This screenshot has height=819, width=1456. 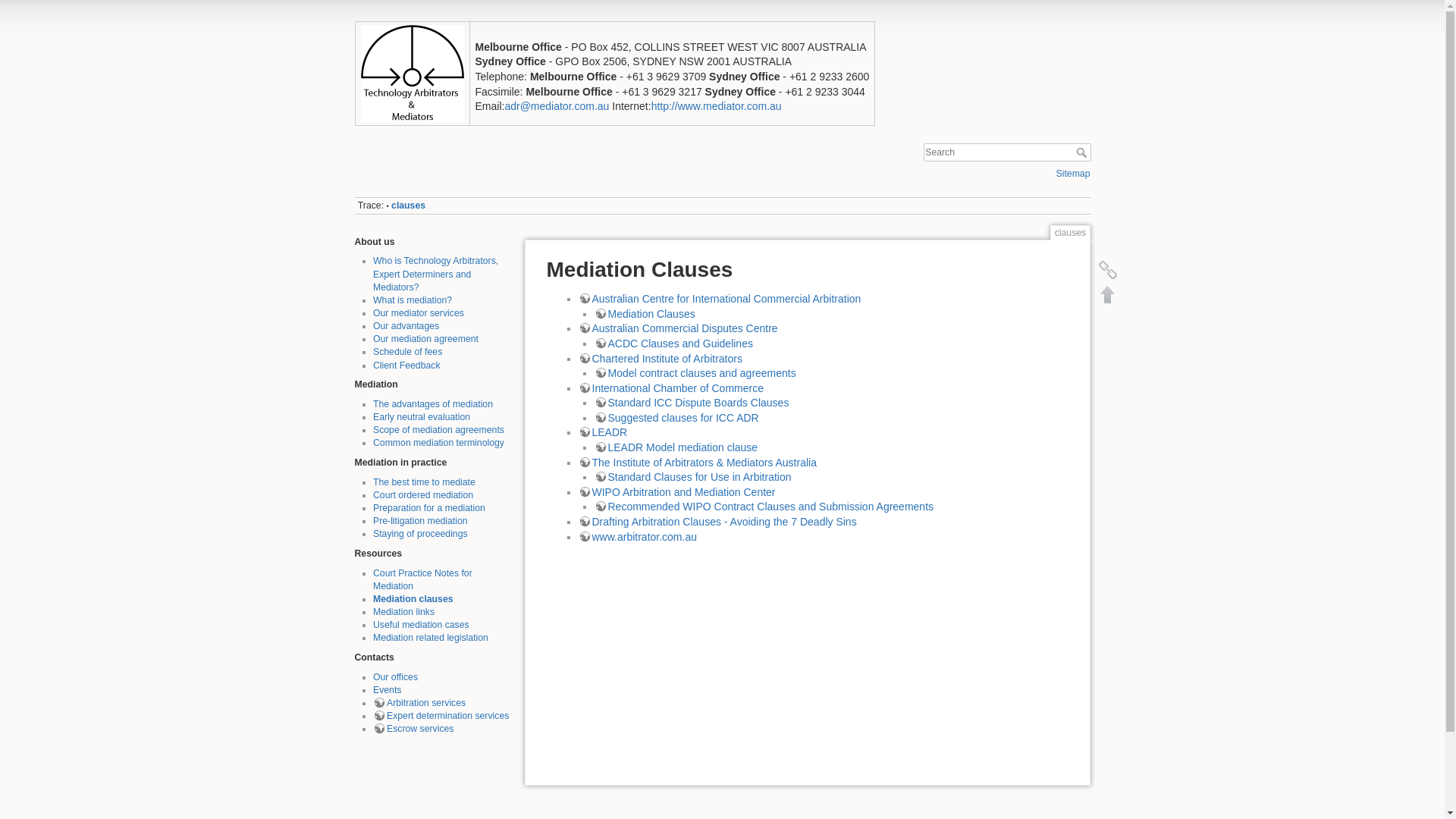 What do you see at coordinates (673, 343) in the screenshot?
I see `'ACDC Clauses and Guidelines'` at bounding box center [673, 343].